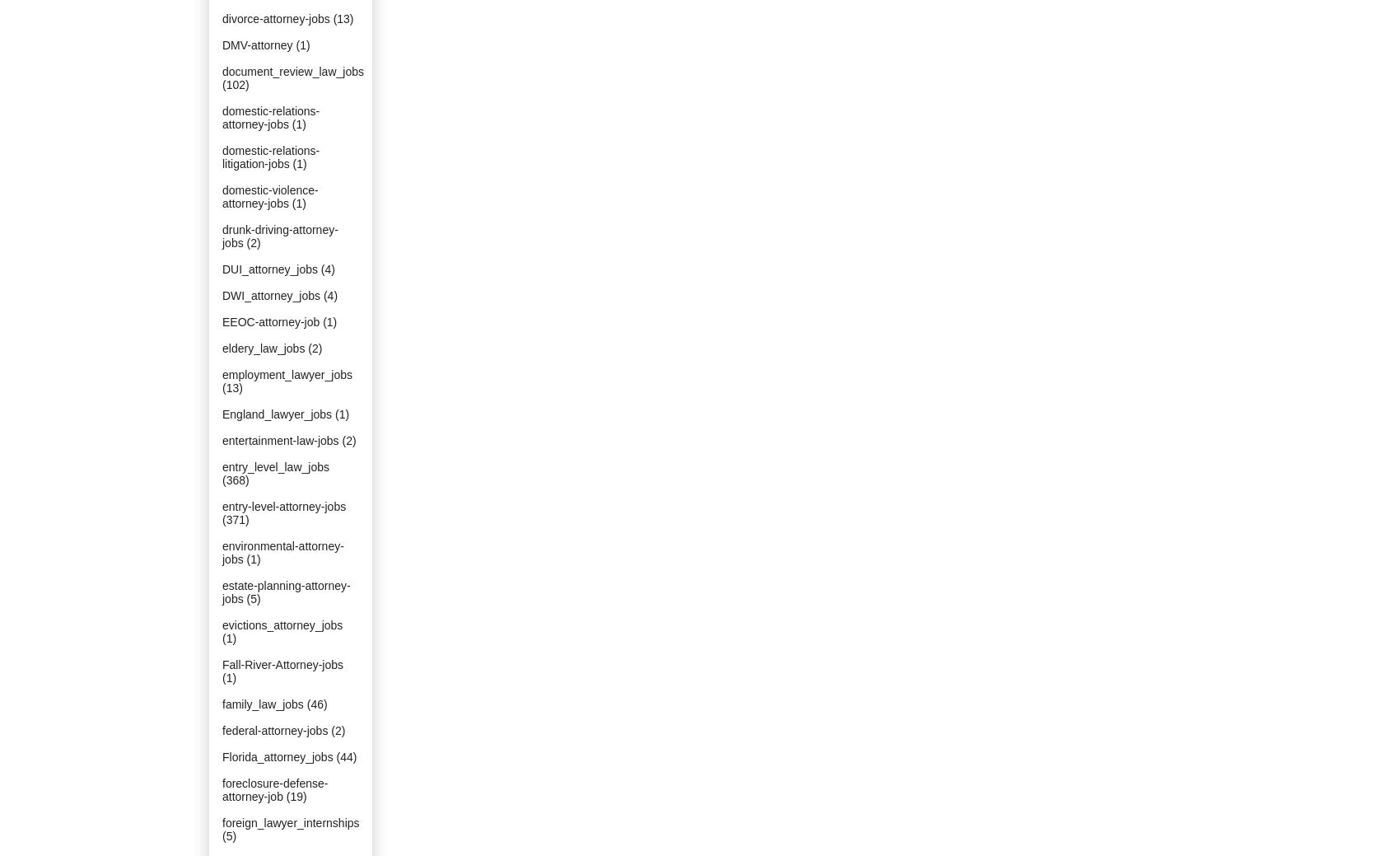  Describe the element at coordinates (235, 479) in the screenshot. I see `'(368)'` at that location.